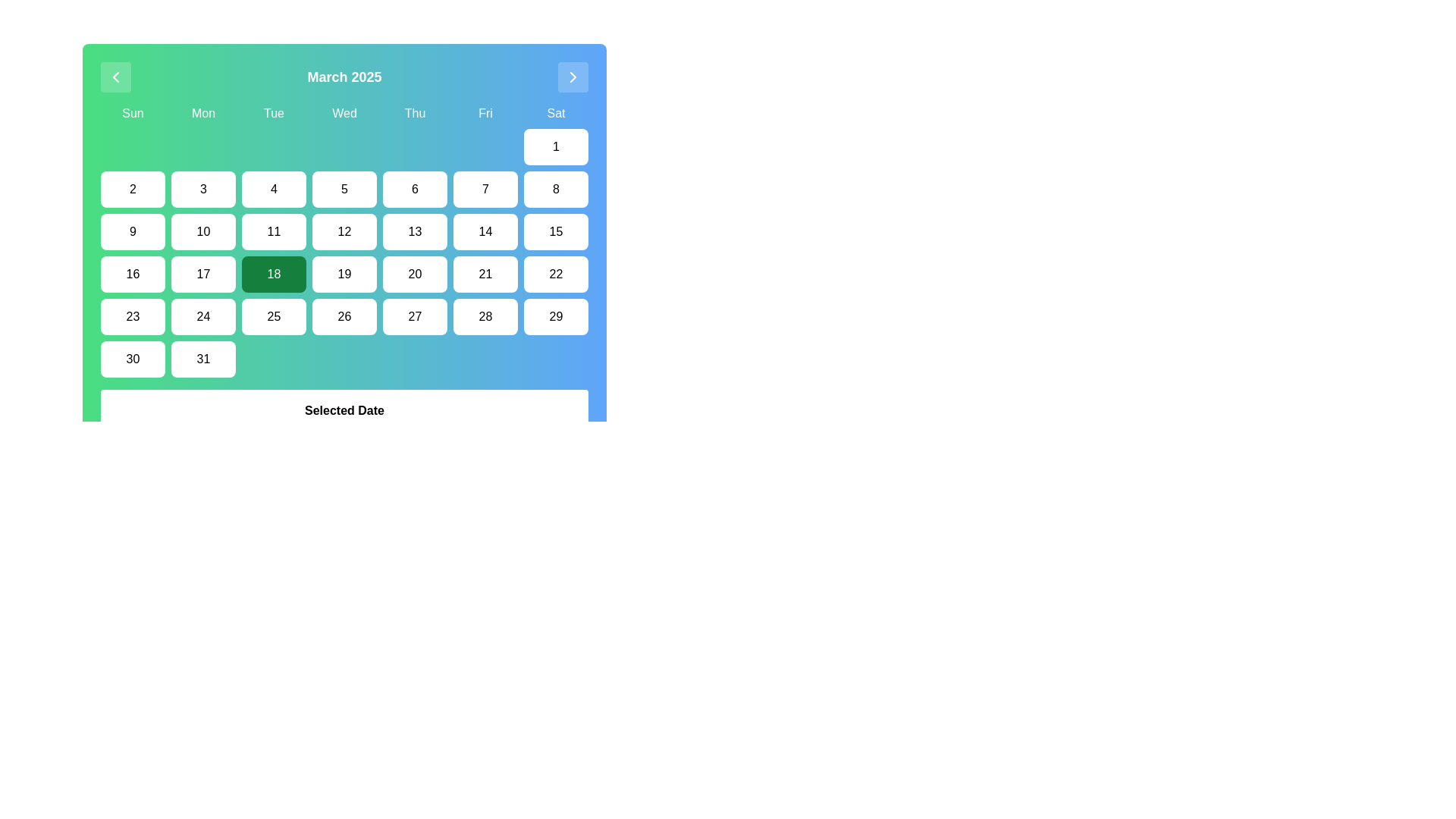  Describe the element at coordinates (115, 77) in the screenshot. I see `the navigation button that switches the calendar view to the previous month, located in the top-left corner of the header displaying 'March 2025'` at that location.